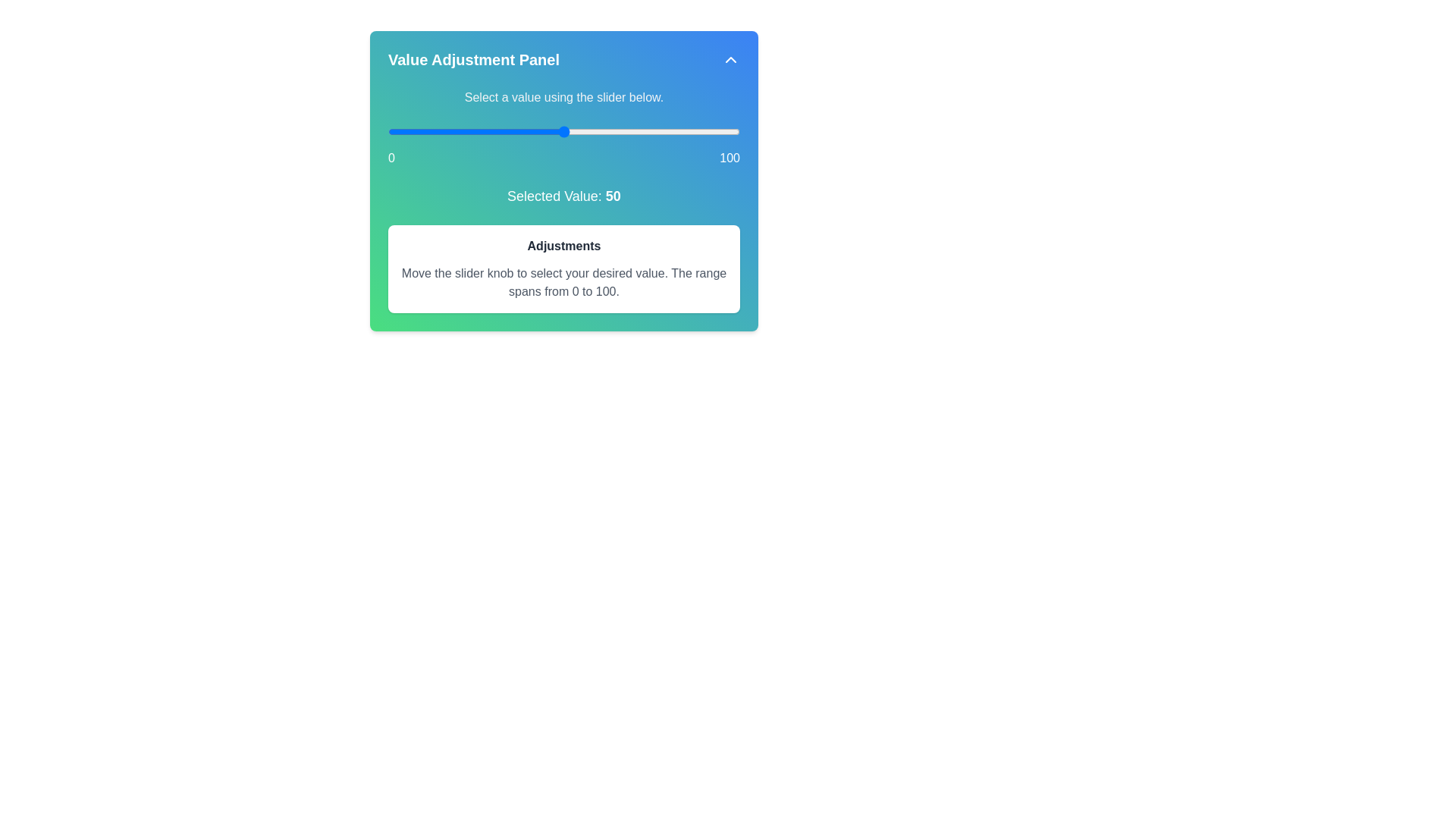 The image size is (1456, 819). I want to click on the bold, dark gray header text labeled 'Adjustments' located at the top of a white rounded rectangular card, so click(563, 245).